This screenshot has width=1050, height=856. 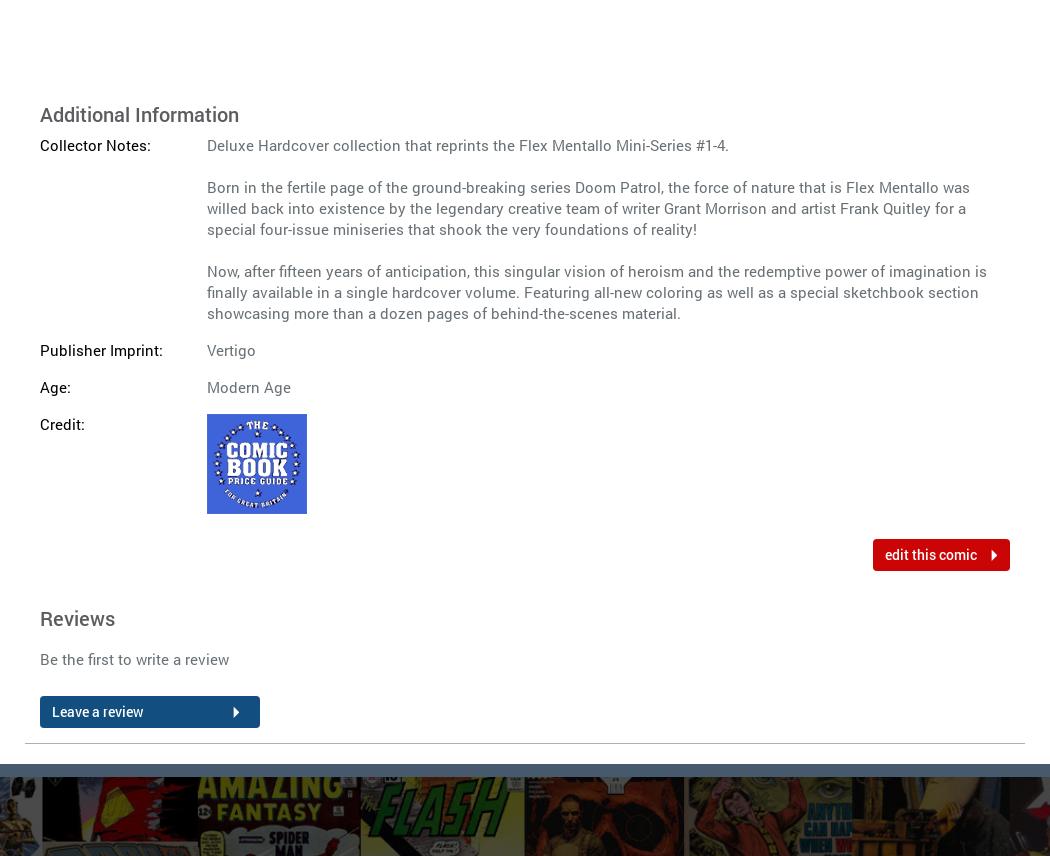 I want to click on 'Credit:', so click(x=61, y=422).